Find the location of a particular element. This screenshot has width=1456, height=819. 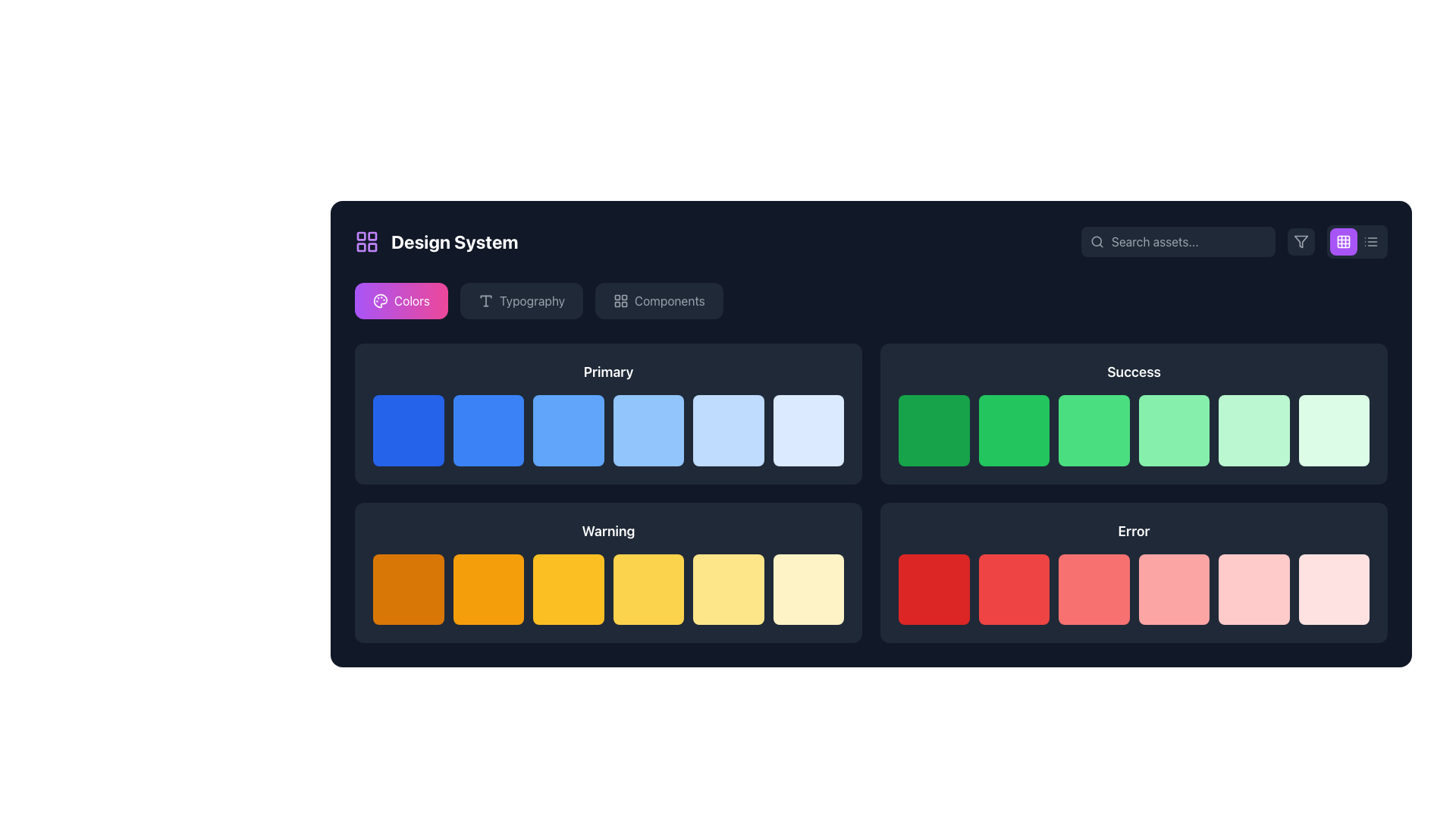

painter's palette icon located in the upper left section of the interface, part of the 'Colors' button is located at coordinates (381, 301).